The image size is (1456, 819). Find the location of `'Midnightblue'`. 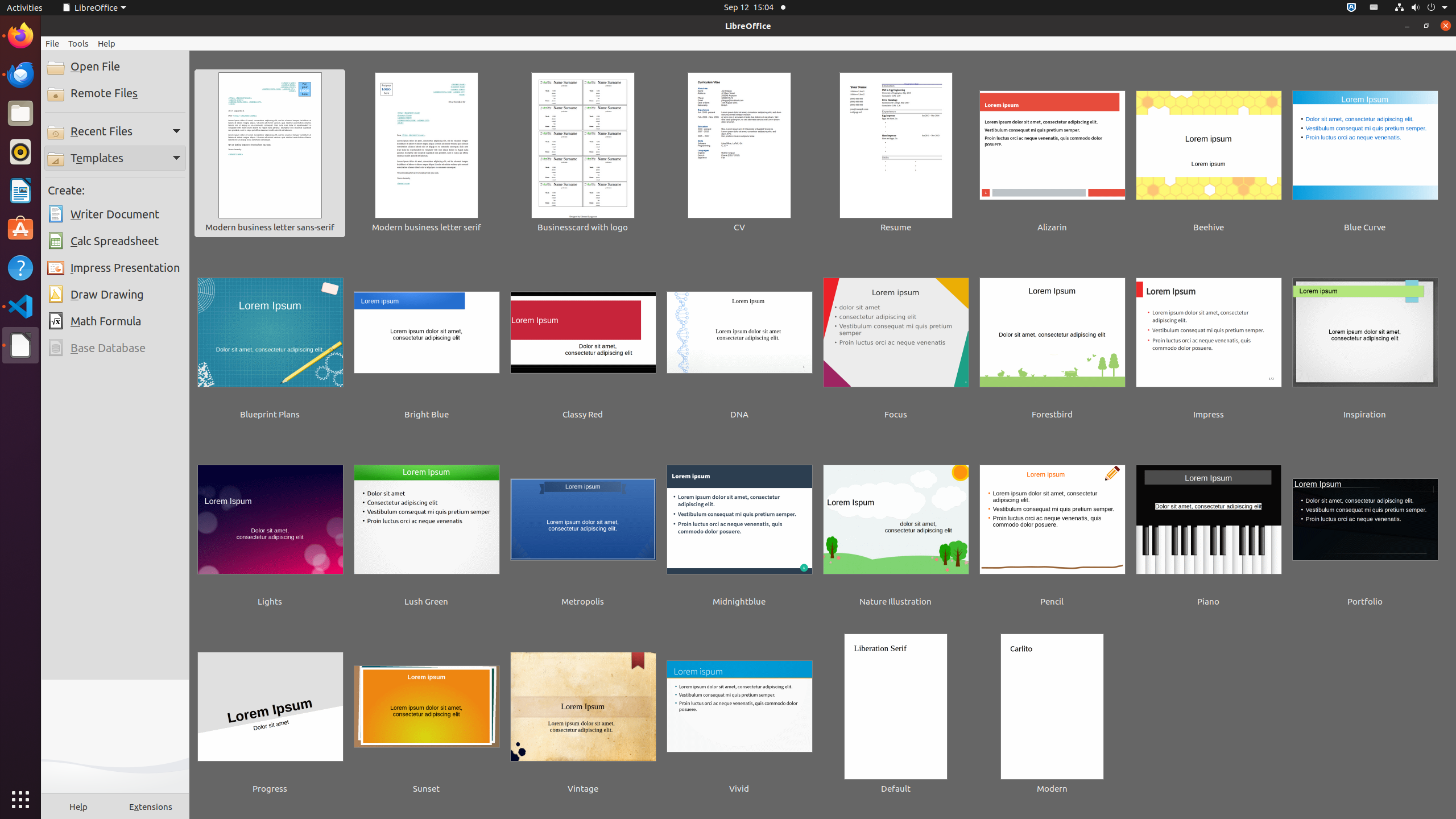

'Midnightblue' is located at coordinates (739, 527).